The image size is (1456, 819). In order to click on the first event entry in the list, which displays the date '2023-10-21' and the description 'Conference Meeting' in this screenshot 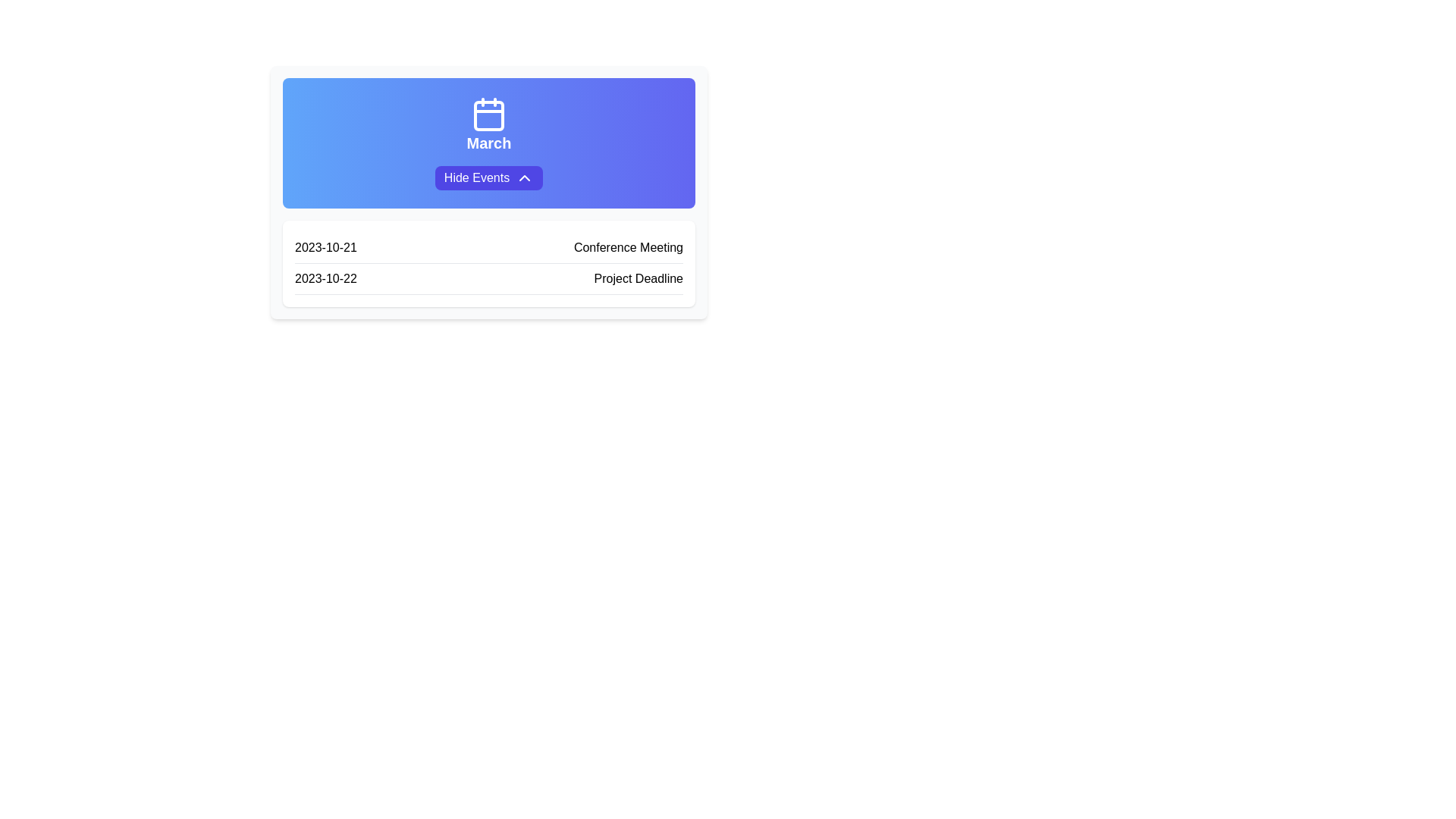, I will do `click(488, 247)`.